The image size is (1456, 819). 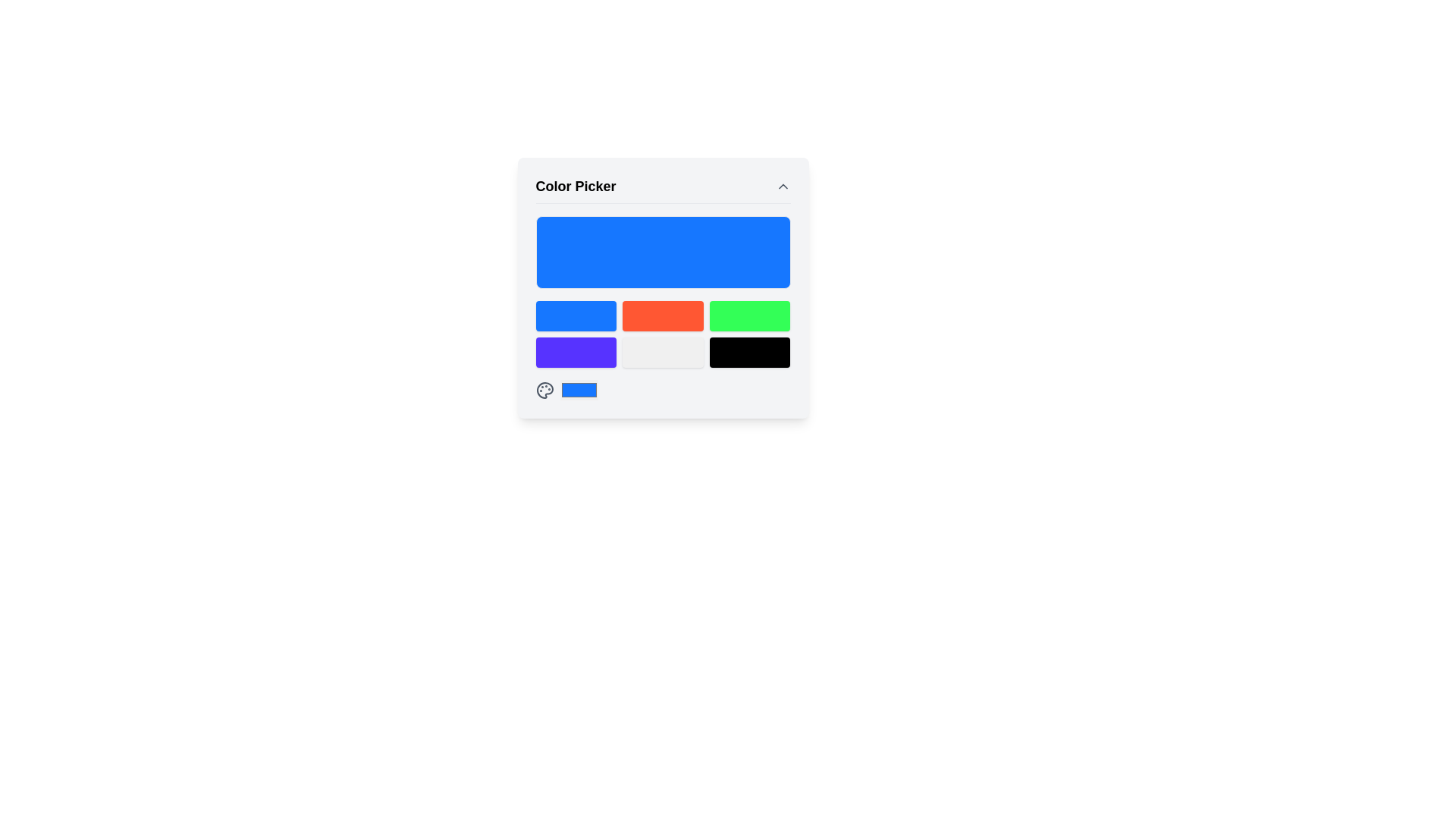 I want to click on the top-left rounded blue button in the color selection interface, so click(x=574, y=315).